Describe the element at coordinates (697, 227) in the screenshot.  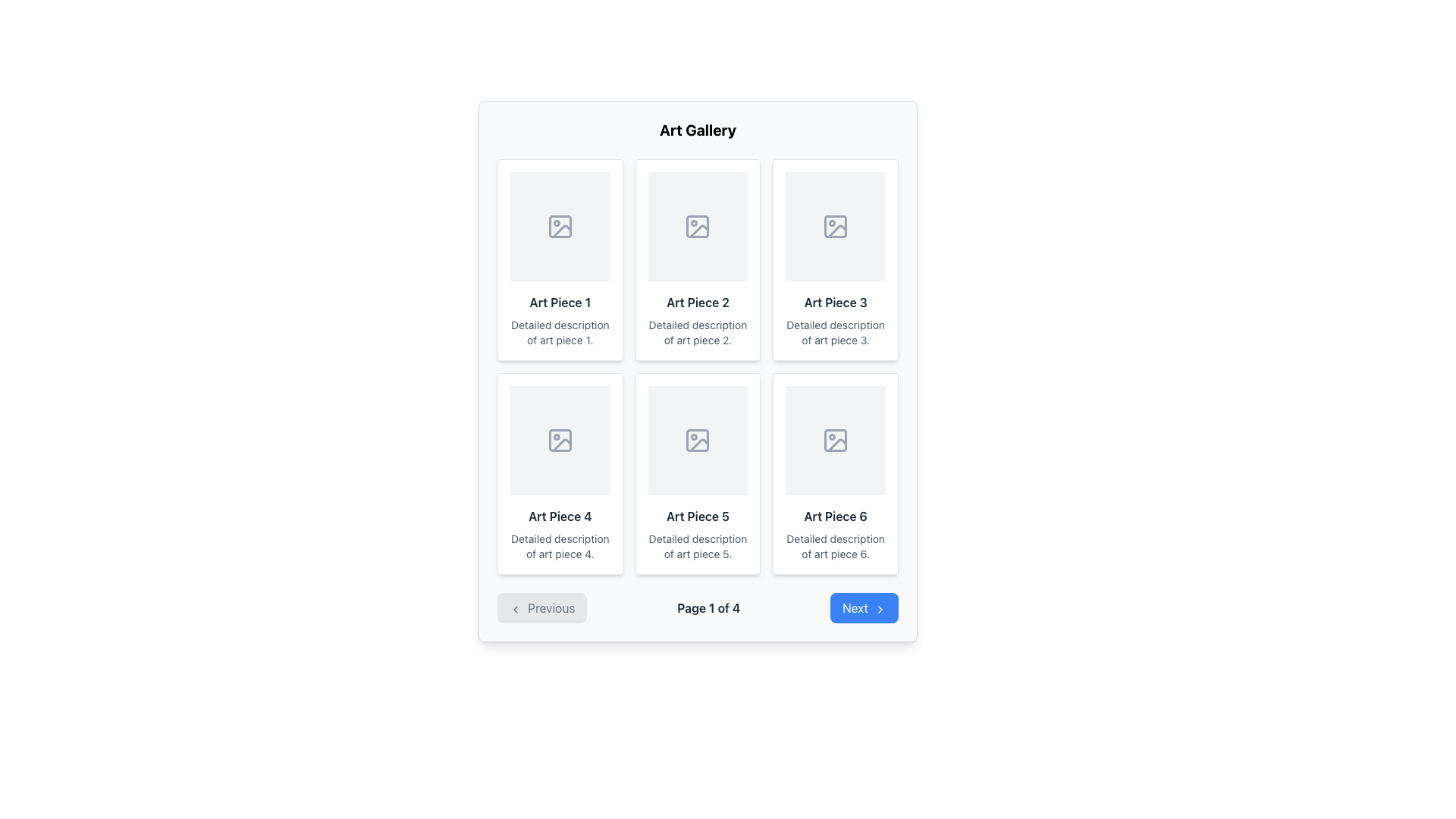
I see `the light gray rounded square icon within the 'Art Piece 2' SVG icon located in the top-left corner of the frame` at that location.